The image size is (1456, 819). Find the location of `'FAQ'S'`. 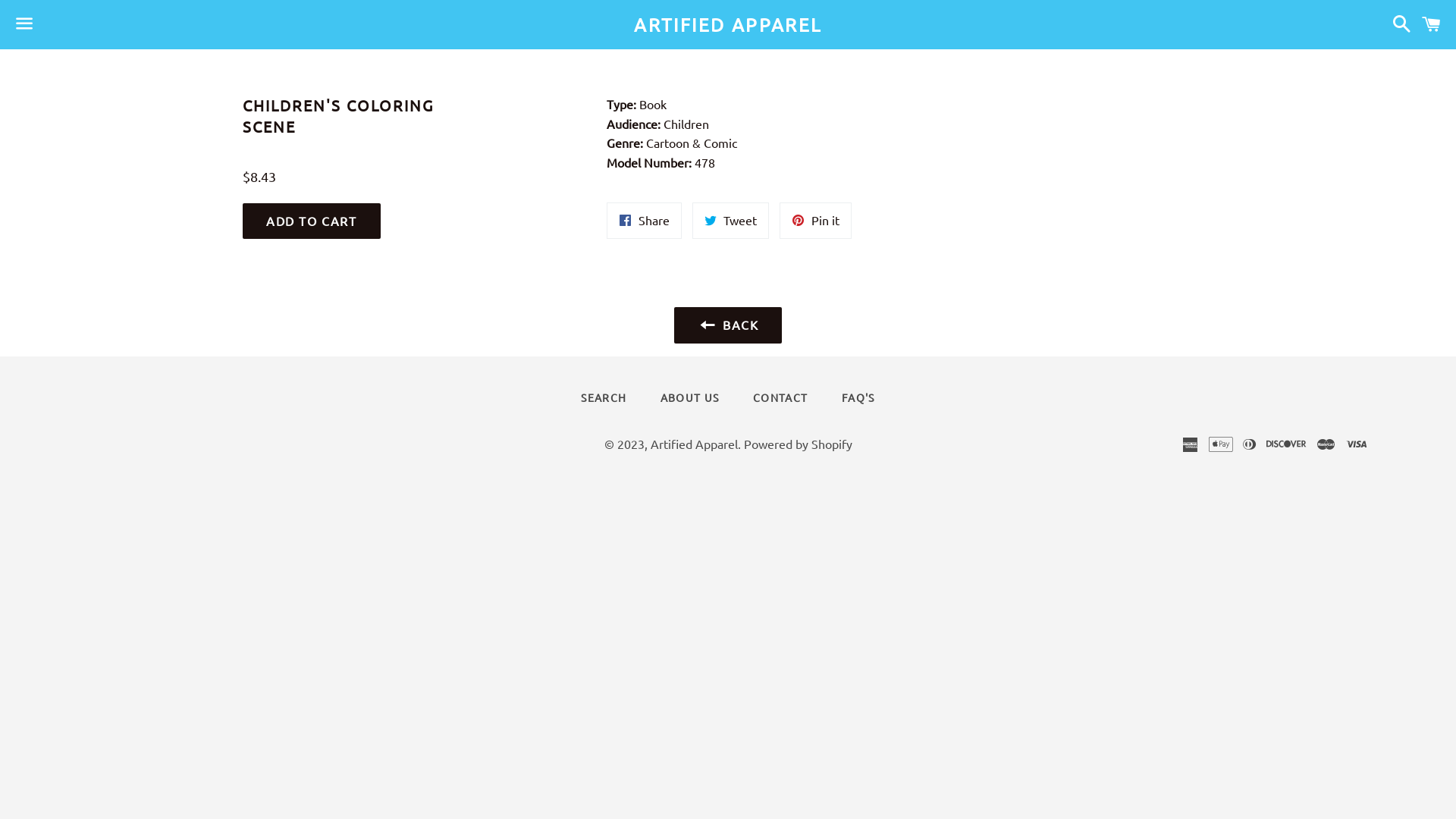

'FAQ'S' is located at coordinates (858, 397).